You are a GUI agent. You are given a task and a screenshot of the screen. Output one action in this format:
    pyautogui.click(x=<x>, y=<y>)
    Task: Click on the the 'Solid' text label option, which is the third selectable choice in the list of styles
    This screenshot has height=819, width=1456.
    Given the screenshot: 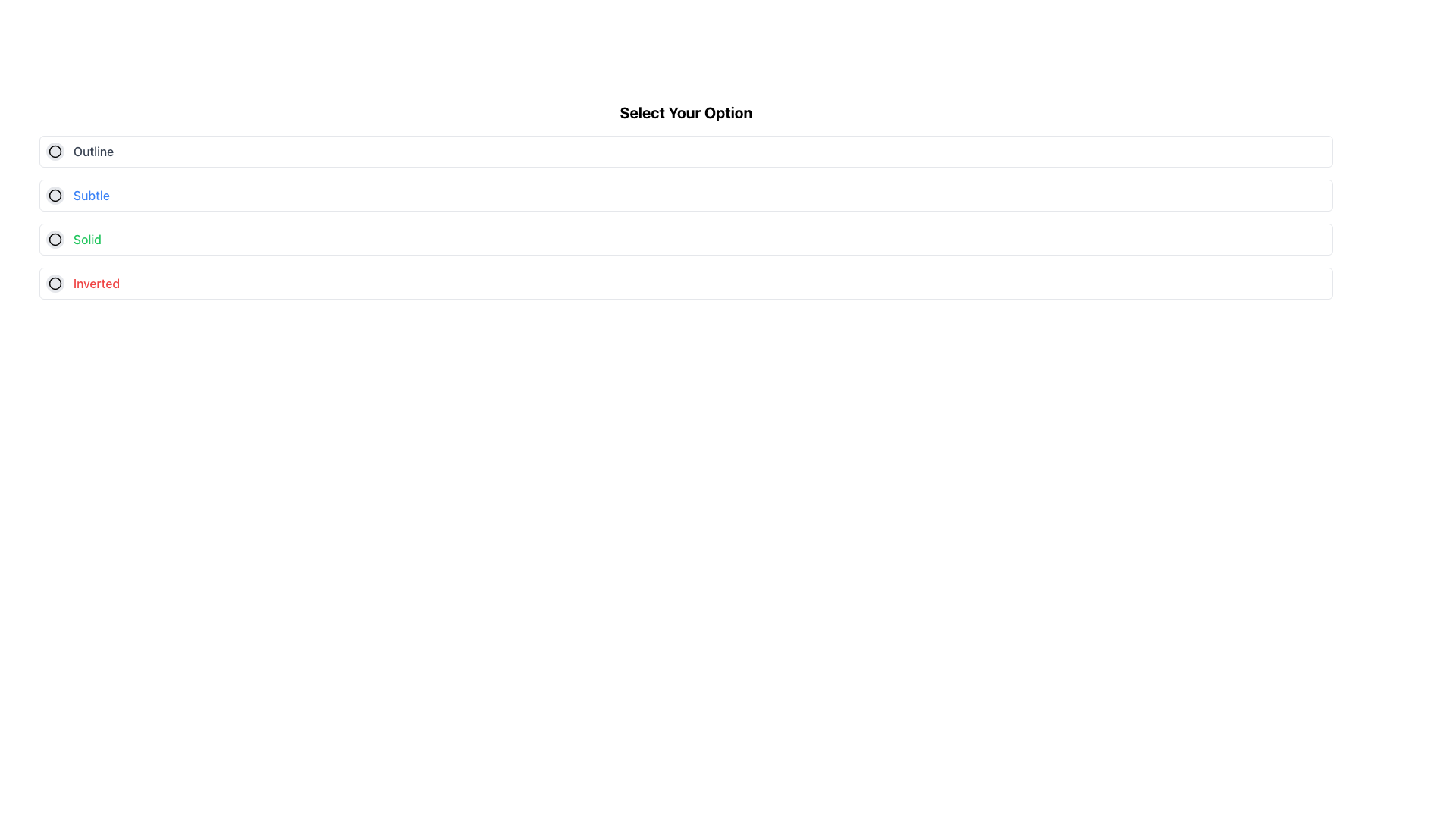 What is the action you would take?
    pyautogui.click(x=86, y=239)
    